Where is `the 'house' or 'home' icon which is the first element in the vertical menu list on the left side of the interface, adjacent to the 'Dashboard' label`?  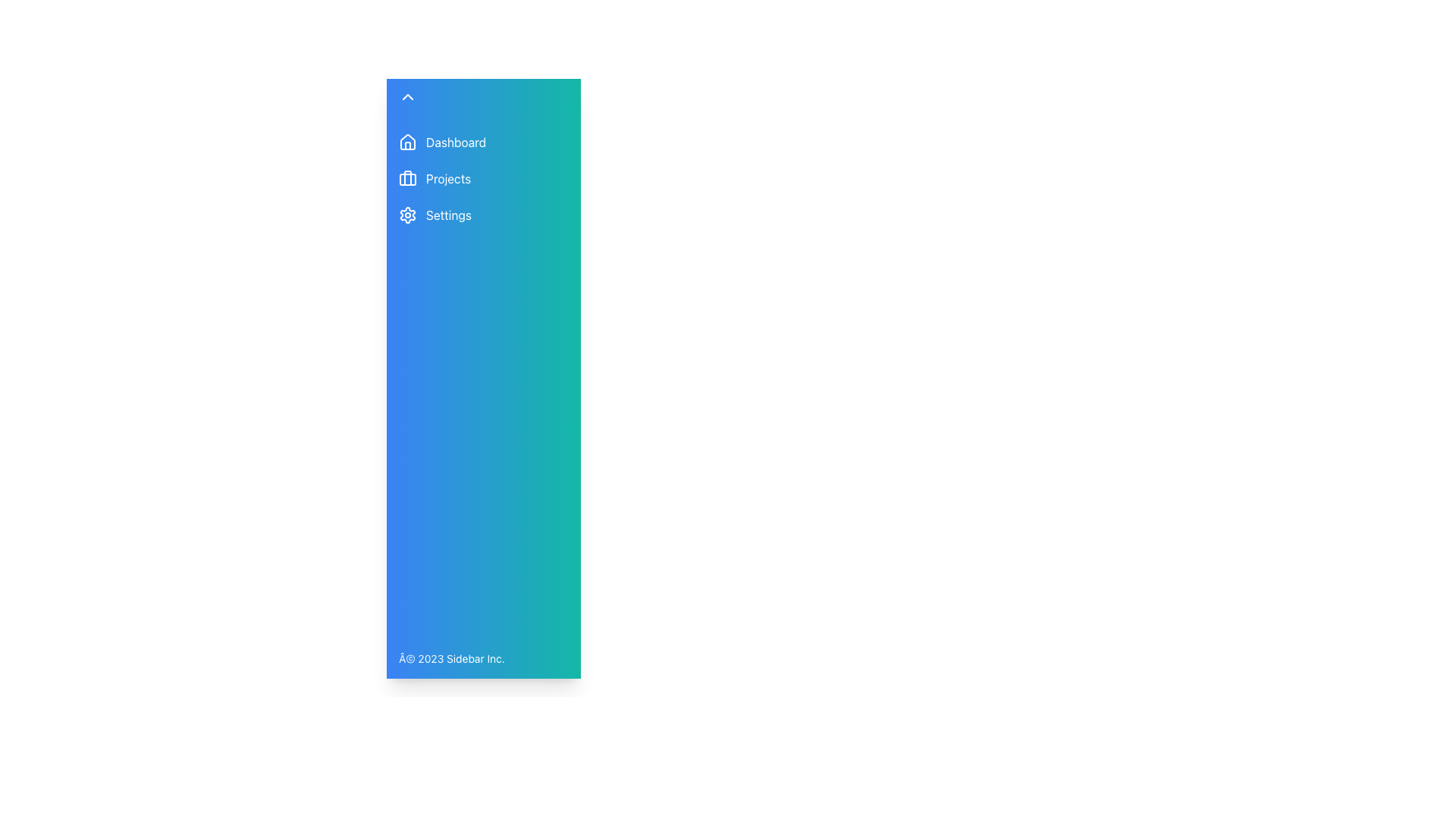 the 'house' or 'home' icon which is the first element in the vertical menu list on the left side of the interface, adjacent to the 'Dashboard' label is located at coordinates (407, 141).